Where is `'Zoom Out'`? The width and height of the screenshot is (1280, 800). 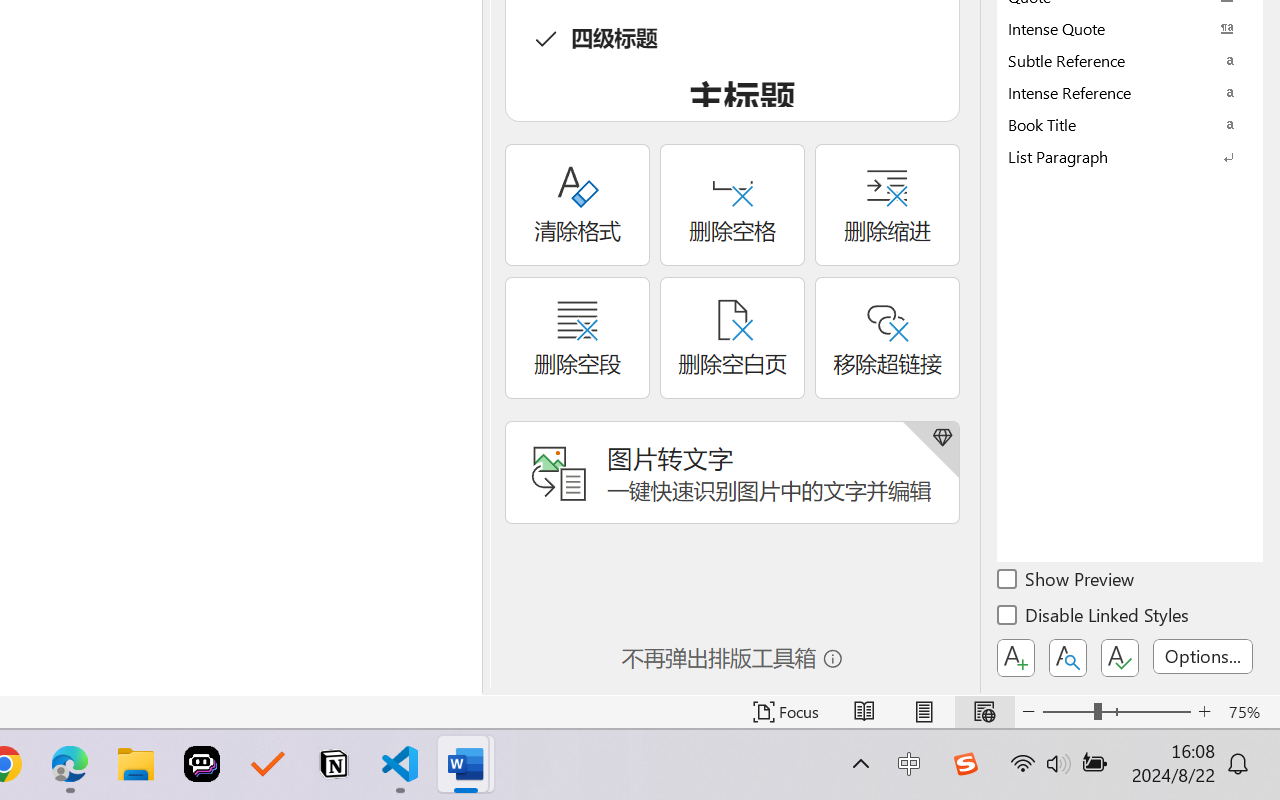 'Zoom Out' is located at coordinates (1067, 711).